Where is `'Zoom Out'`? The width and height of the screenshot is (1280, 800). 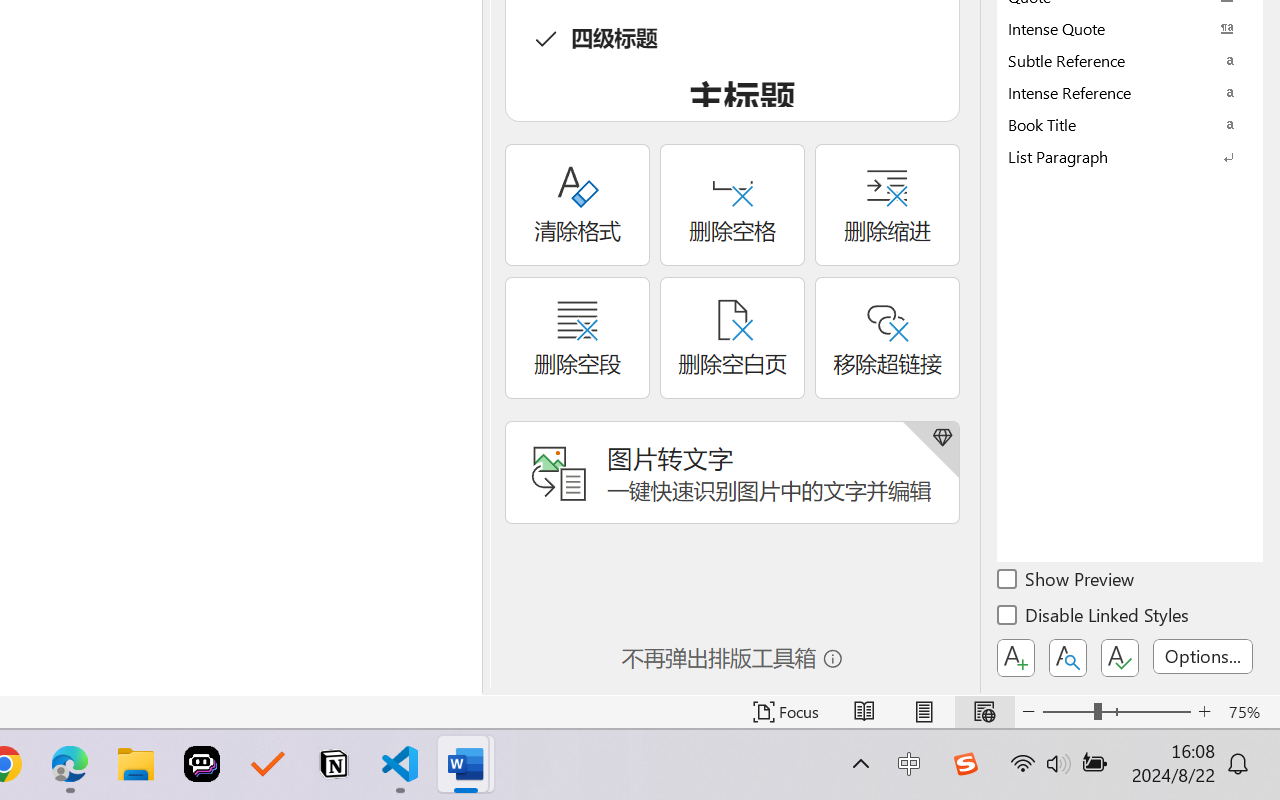 'Zoom Out' is located at coordinates (1067, 711).